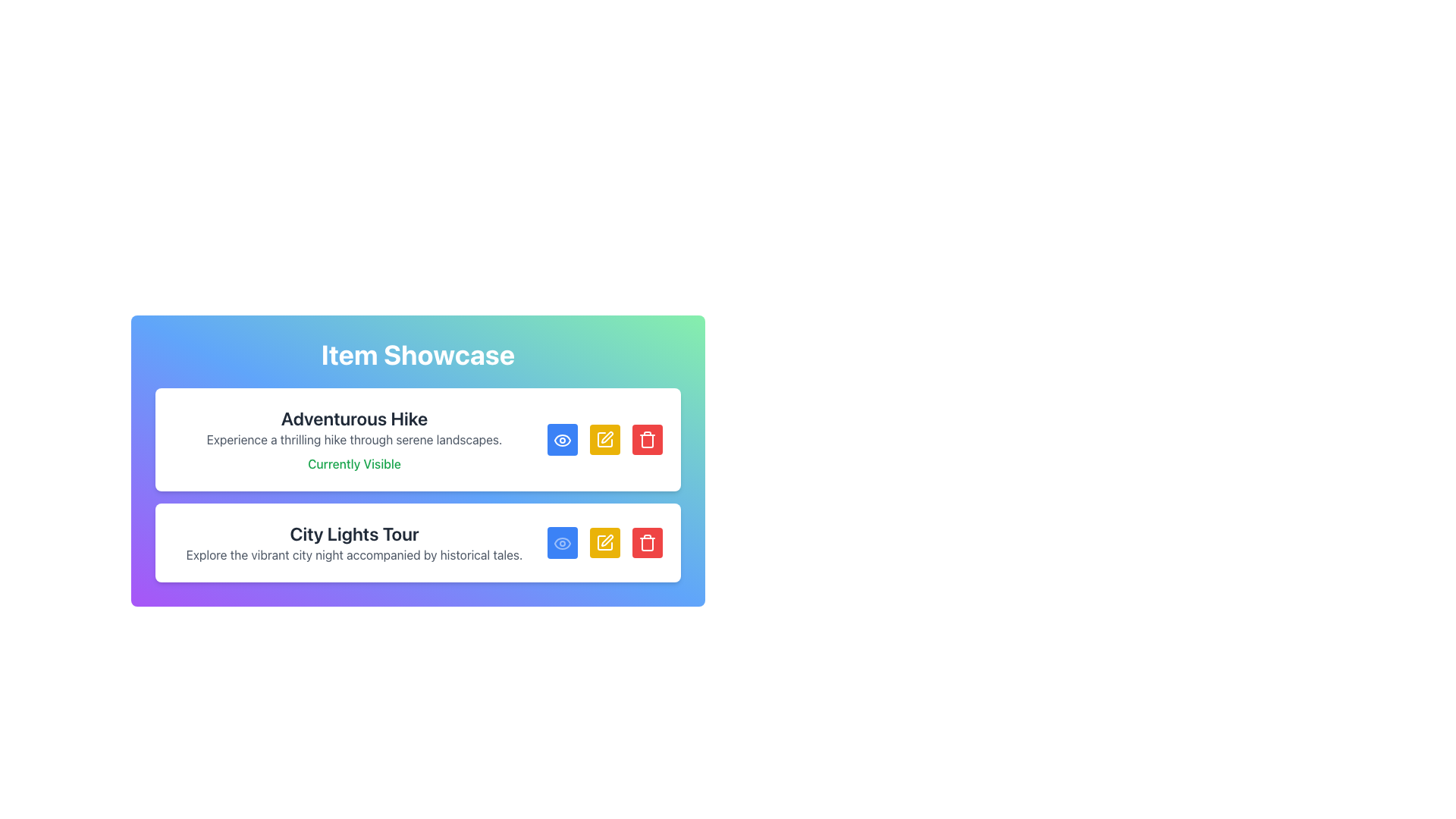 This screenshot has width=1456, height=819. What do you see at coordinates (562, 439) in the screenshot?
I see `the visibility control button located to the left of the yellow pencil icon button in the control panel for the list item titled 'Adventurous Hike'` at bounding box center [562, 439].